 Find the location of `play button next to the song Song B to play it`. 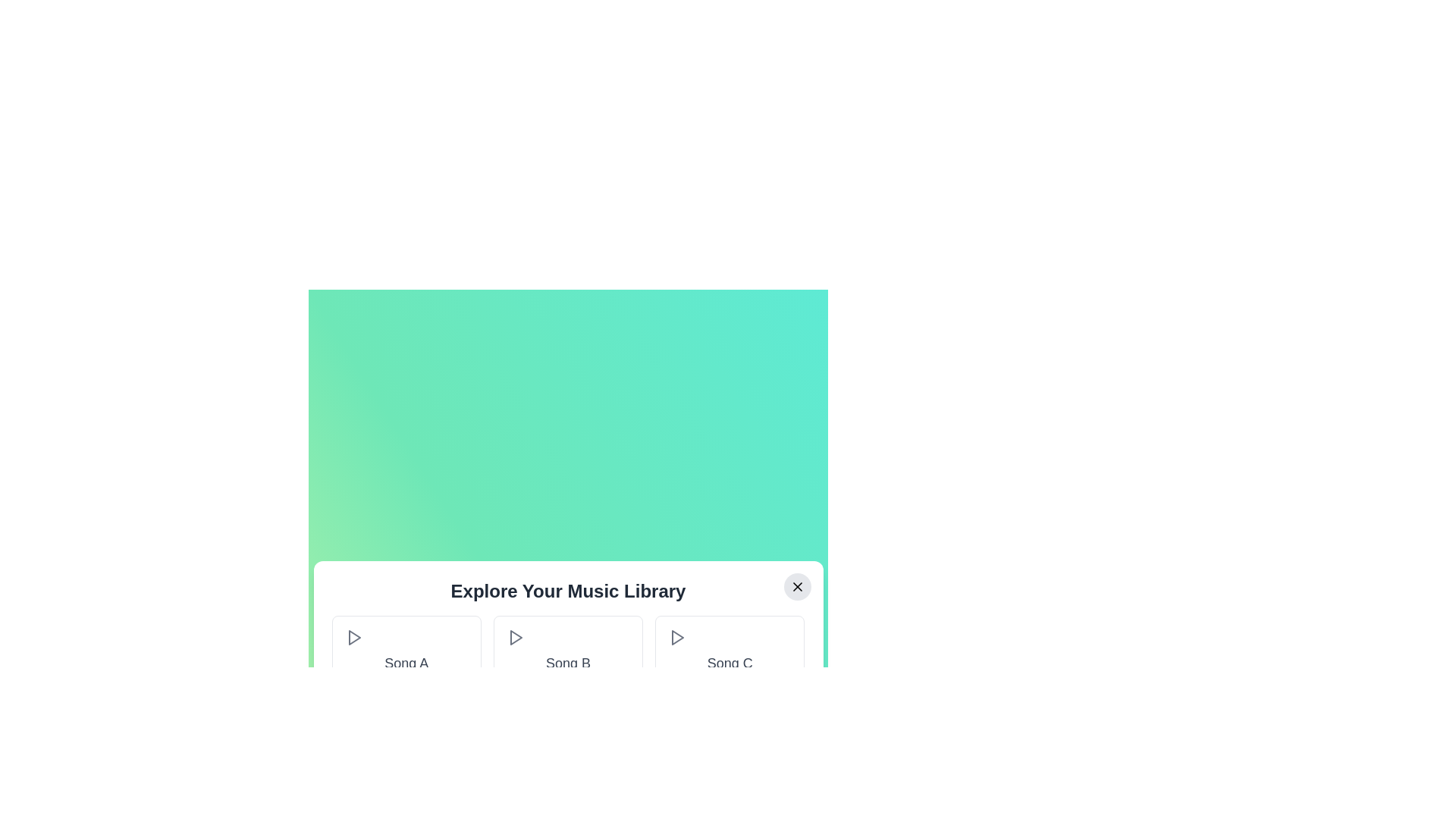

play button next to the song Song B to play it is located at coordinates (515, 637).